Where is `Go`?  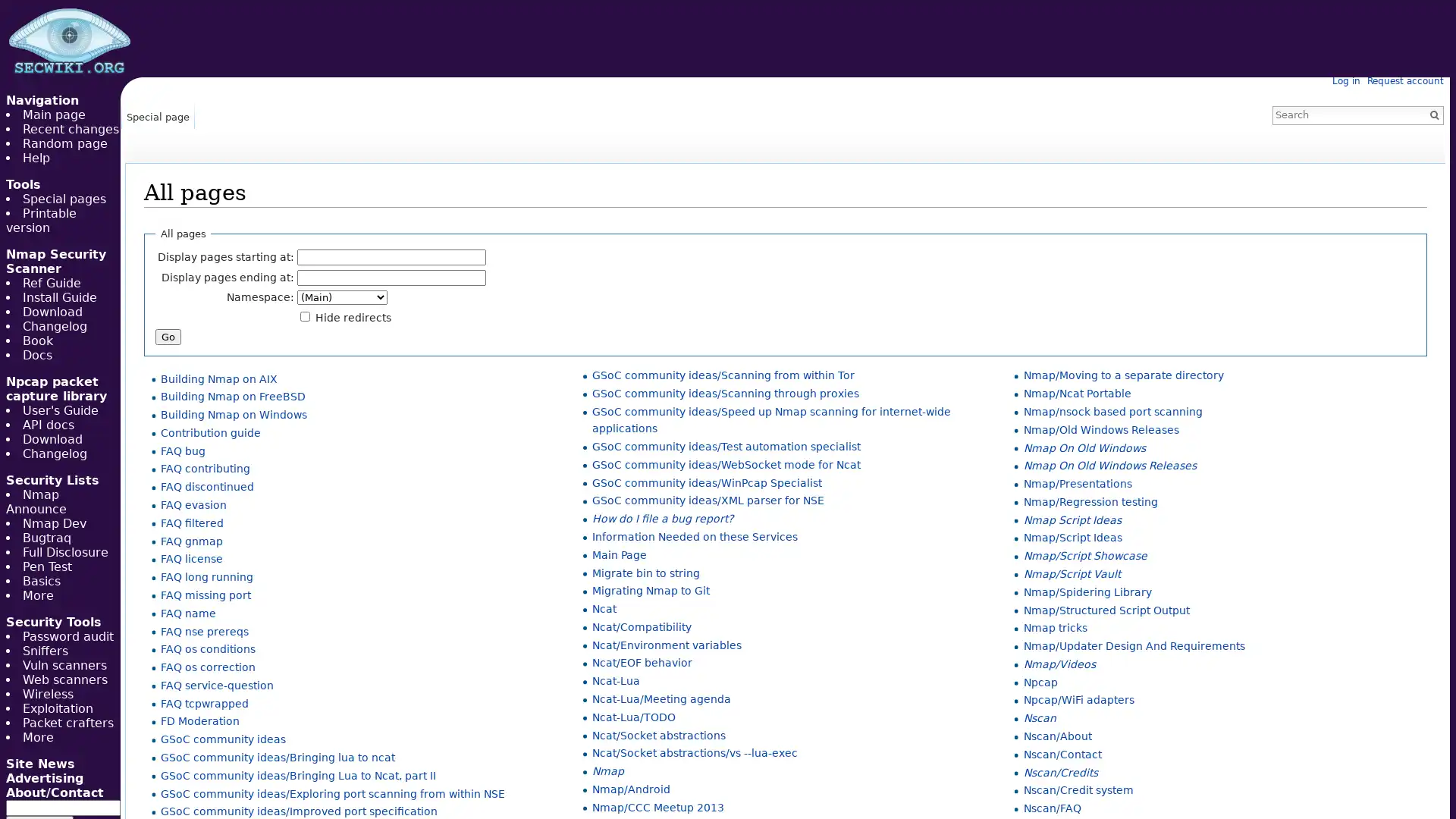 Go is located at coordinates (1433, 114).